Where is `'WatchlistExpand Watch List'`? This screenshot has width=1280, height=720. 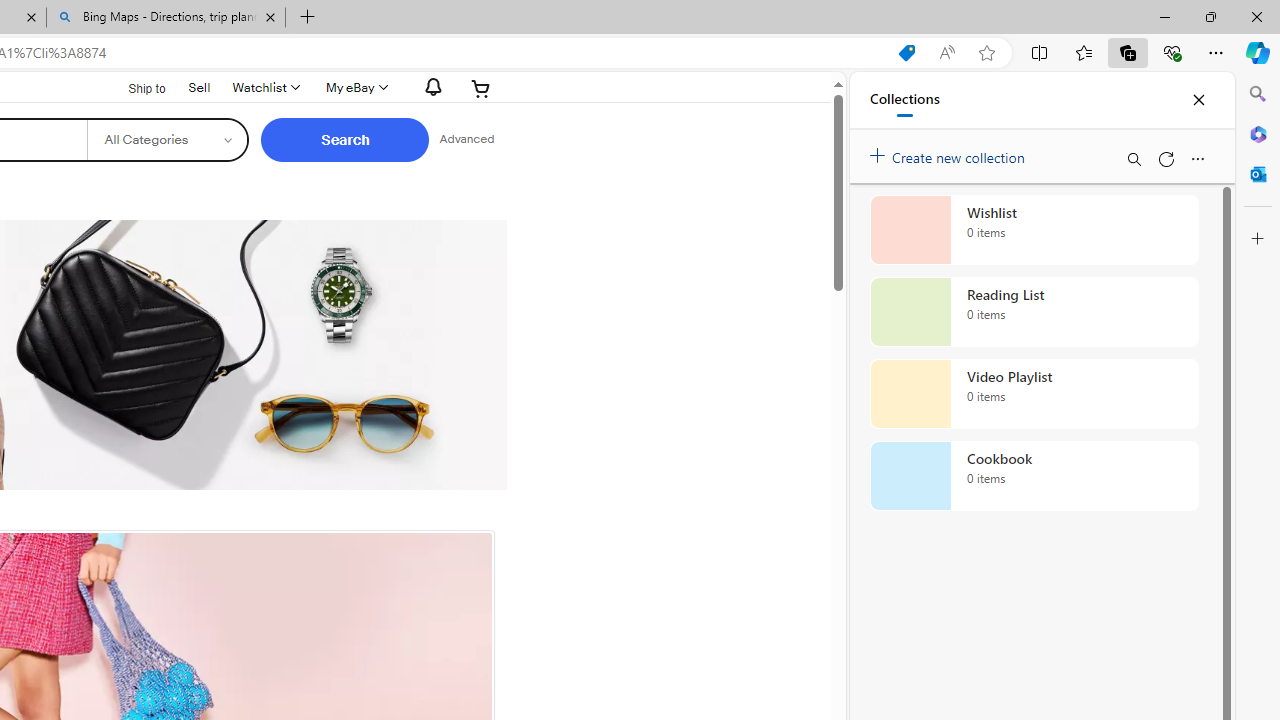 'WatchlistExpand Watch List' is located at coordinates (263, 87).